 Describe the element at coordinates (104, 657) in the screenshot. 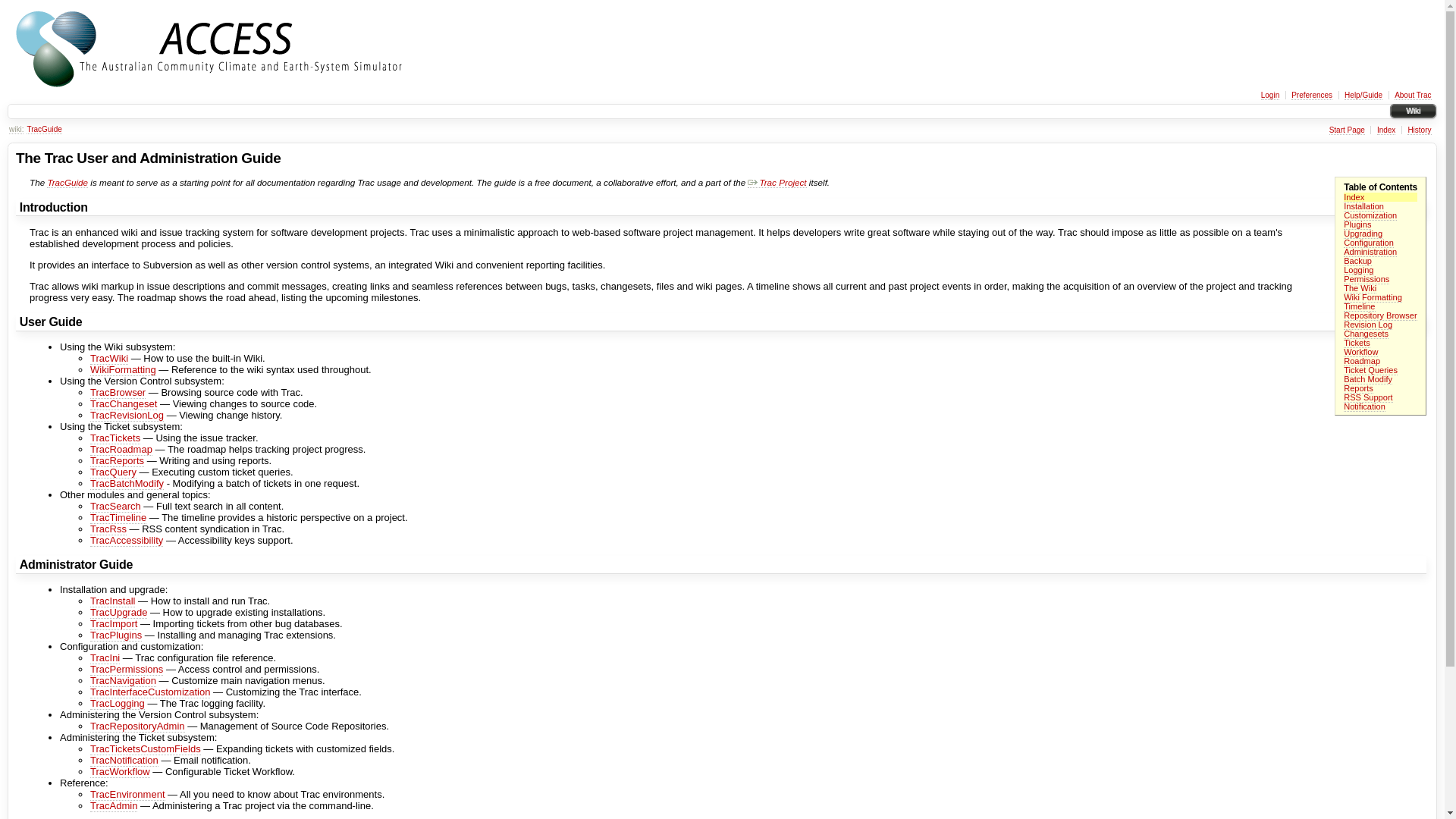

I see `'TracIni'` at that location.